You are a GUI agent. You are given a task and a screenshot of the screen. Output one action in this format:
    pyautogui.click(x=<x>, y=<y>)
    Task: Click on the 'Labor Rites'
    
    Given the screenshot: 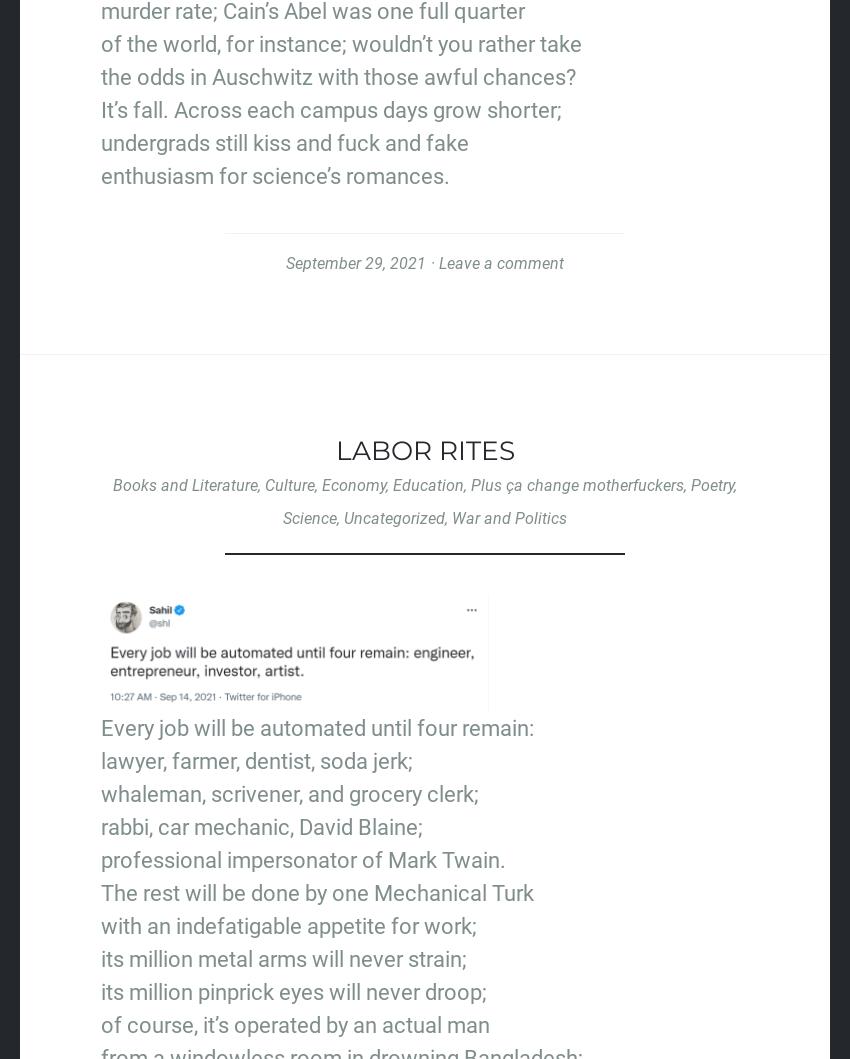 What is the action you would take?
    pyautogui.click(x=424, y=450)
    